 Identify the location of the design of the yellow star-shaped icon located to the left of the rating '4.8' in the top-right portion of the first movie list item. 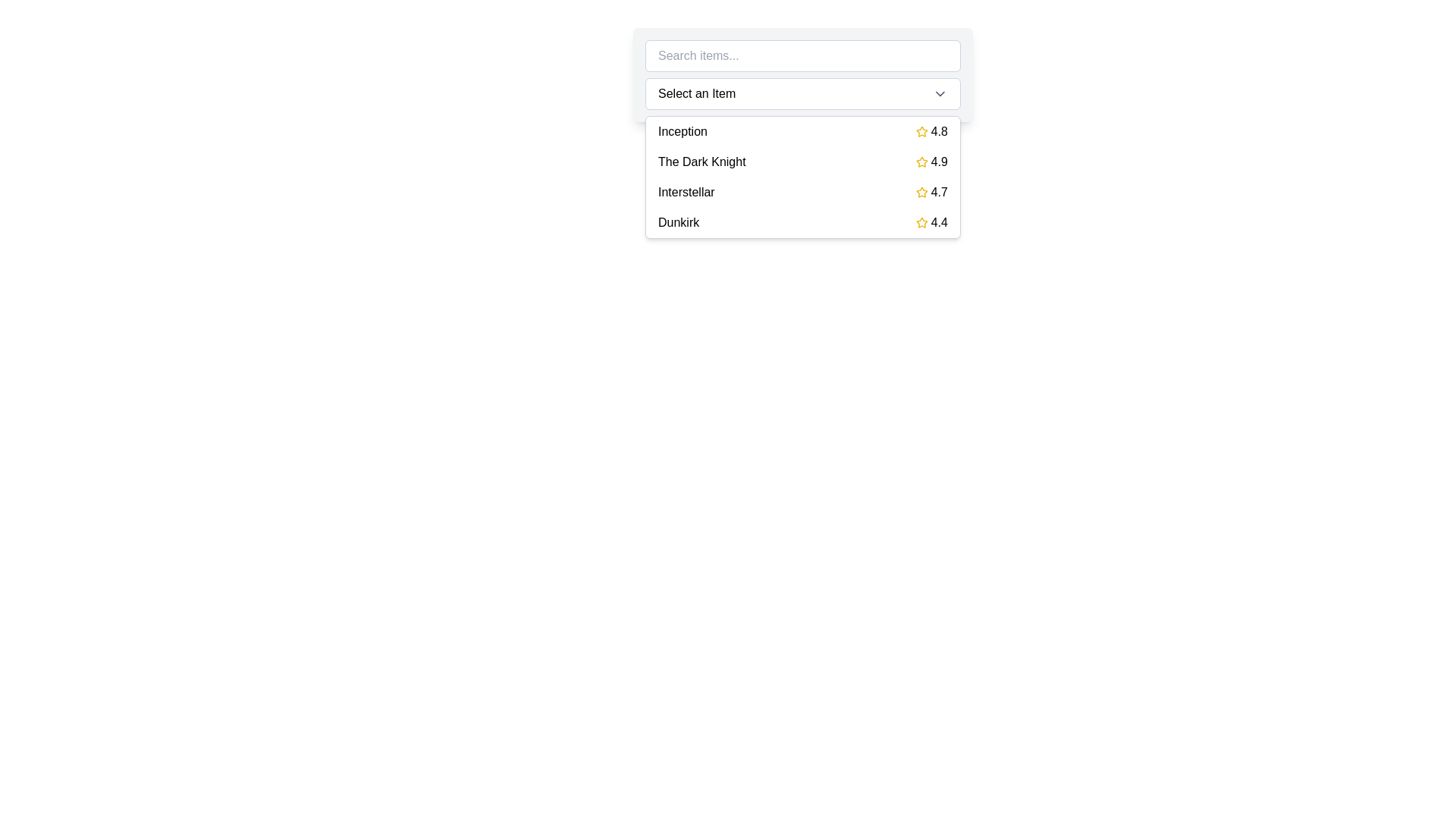
(921, 130).